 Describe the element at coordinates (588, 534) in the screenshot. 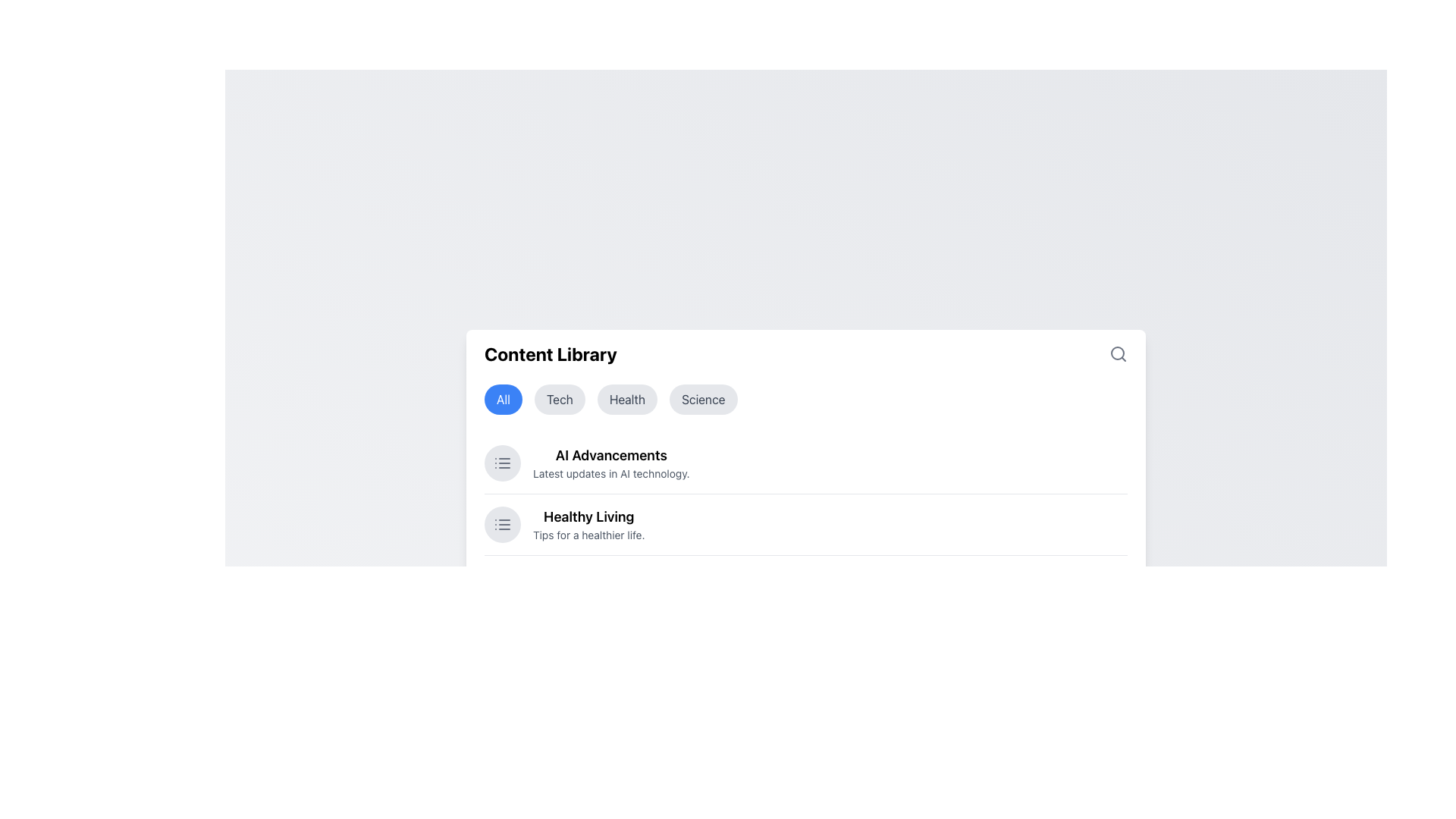

I see `the text label that reads 'Tips for a healthier life.' located below the title 'Healthy Living'` at that location.